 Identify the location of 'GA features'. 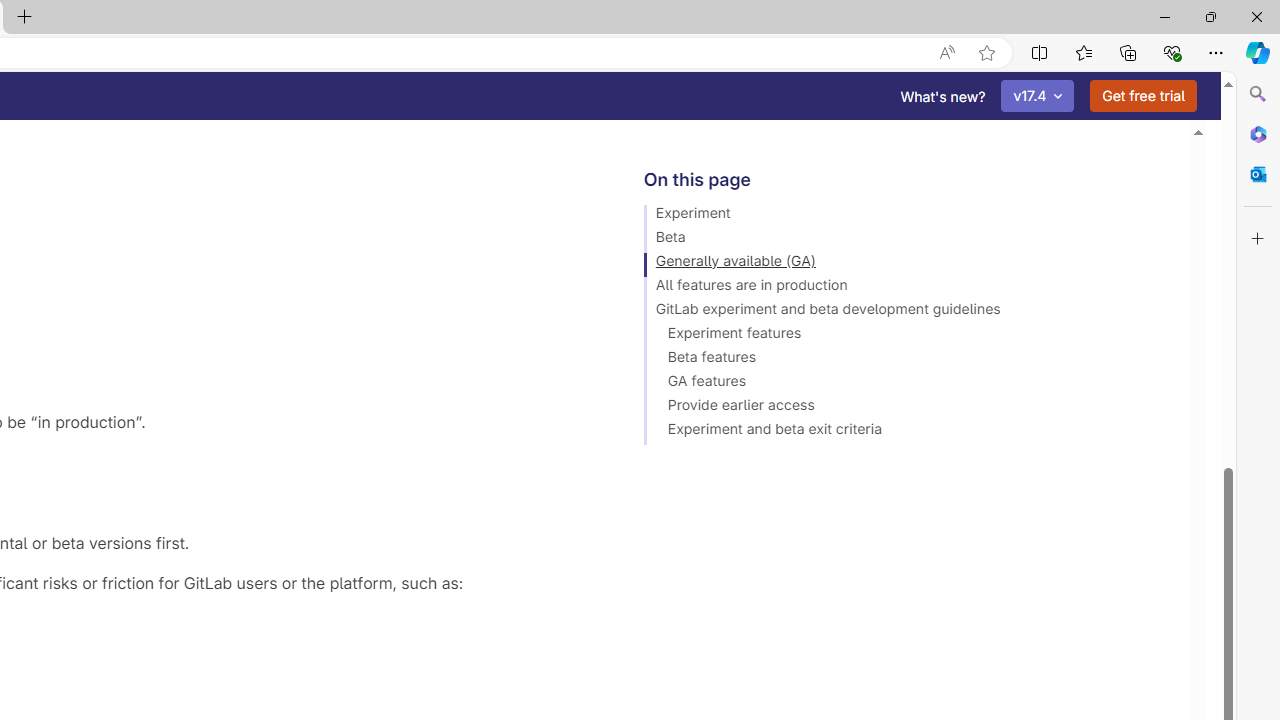
(907, 384).